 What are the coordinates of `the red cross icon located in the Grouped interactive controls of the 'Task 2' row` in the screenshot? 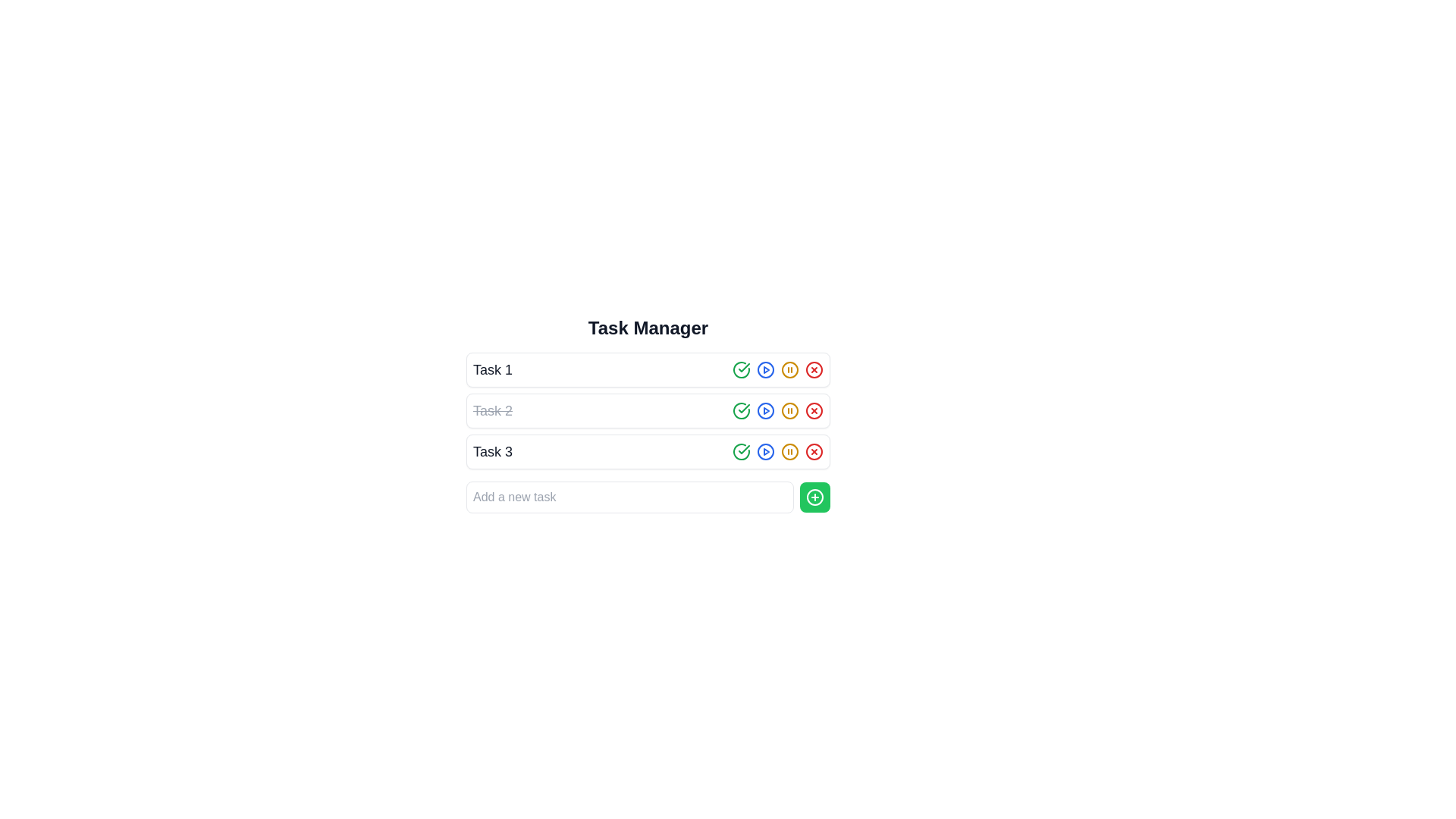 It's located at (778, 411).